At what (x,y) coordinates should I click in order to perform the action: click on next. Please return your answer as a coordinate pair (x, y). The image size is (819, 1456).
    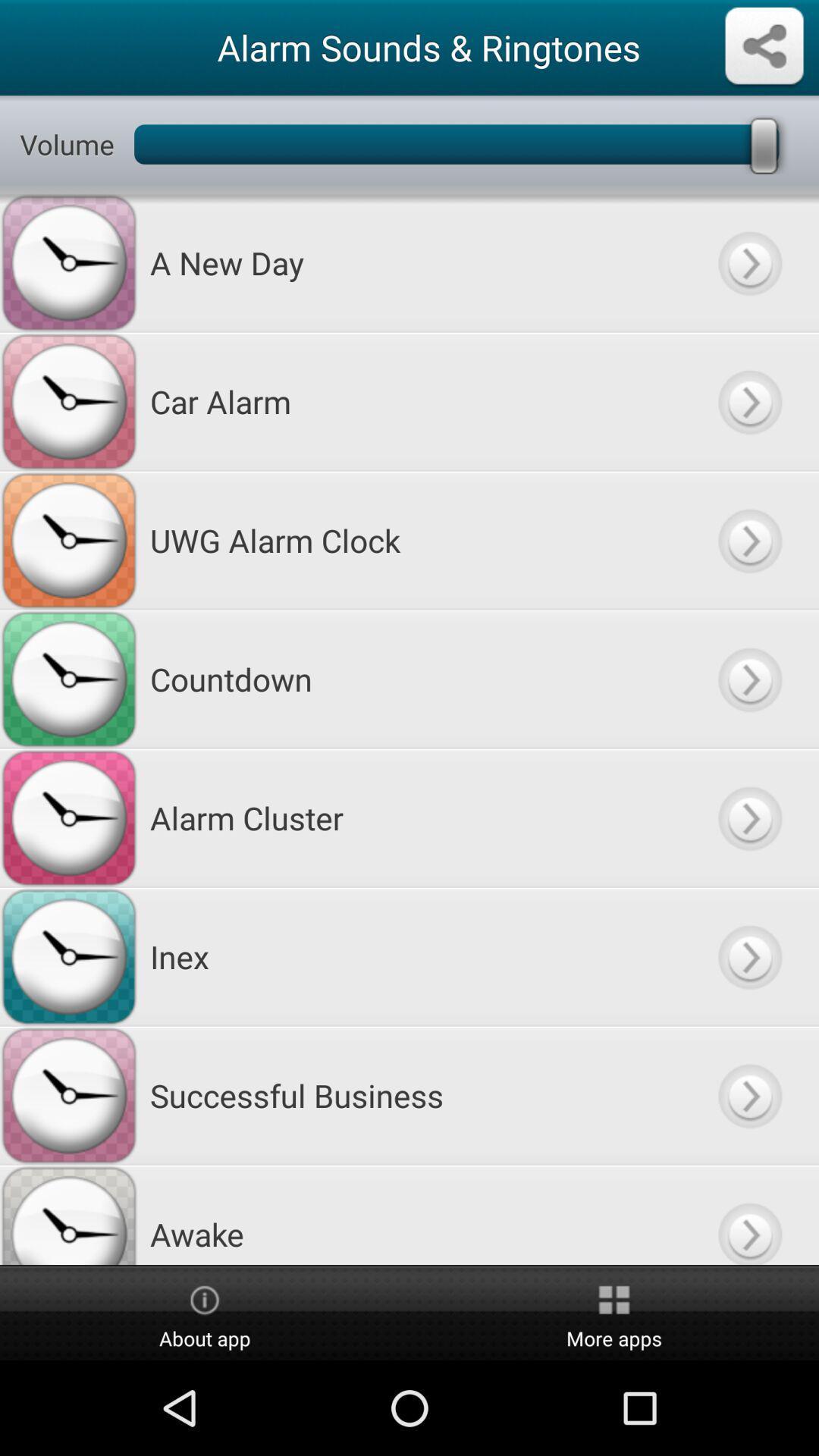
    Looking at the image, I should click on (748, 540).